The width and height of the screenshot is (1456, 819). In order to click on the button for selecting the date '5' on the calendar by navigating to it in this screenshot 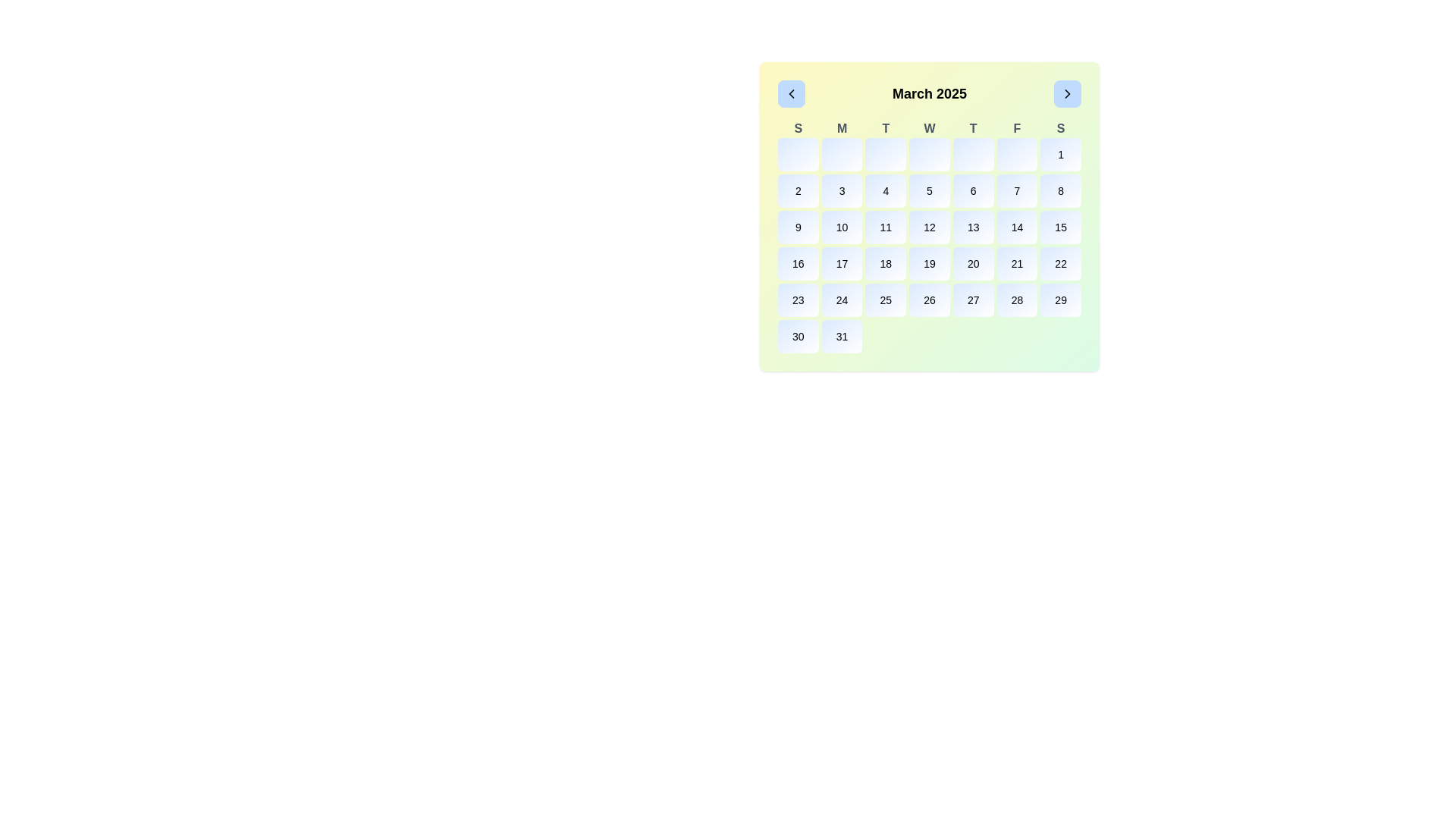, I will do `click(928, 190)`.